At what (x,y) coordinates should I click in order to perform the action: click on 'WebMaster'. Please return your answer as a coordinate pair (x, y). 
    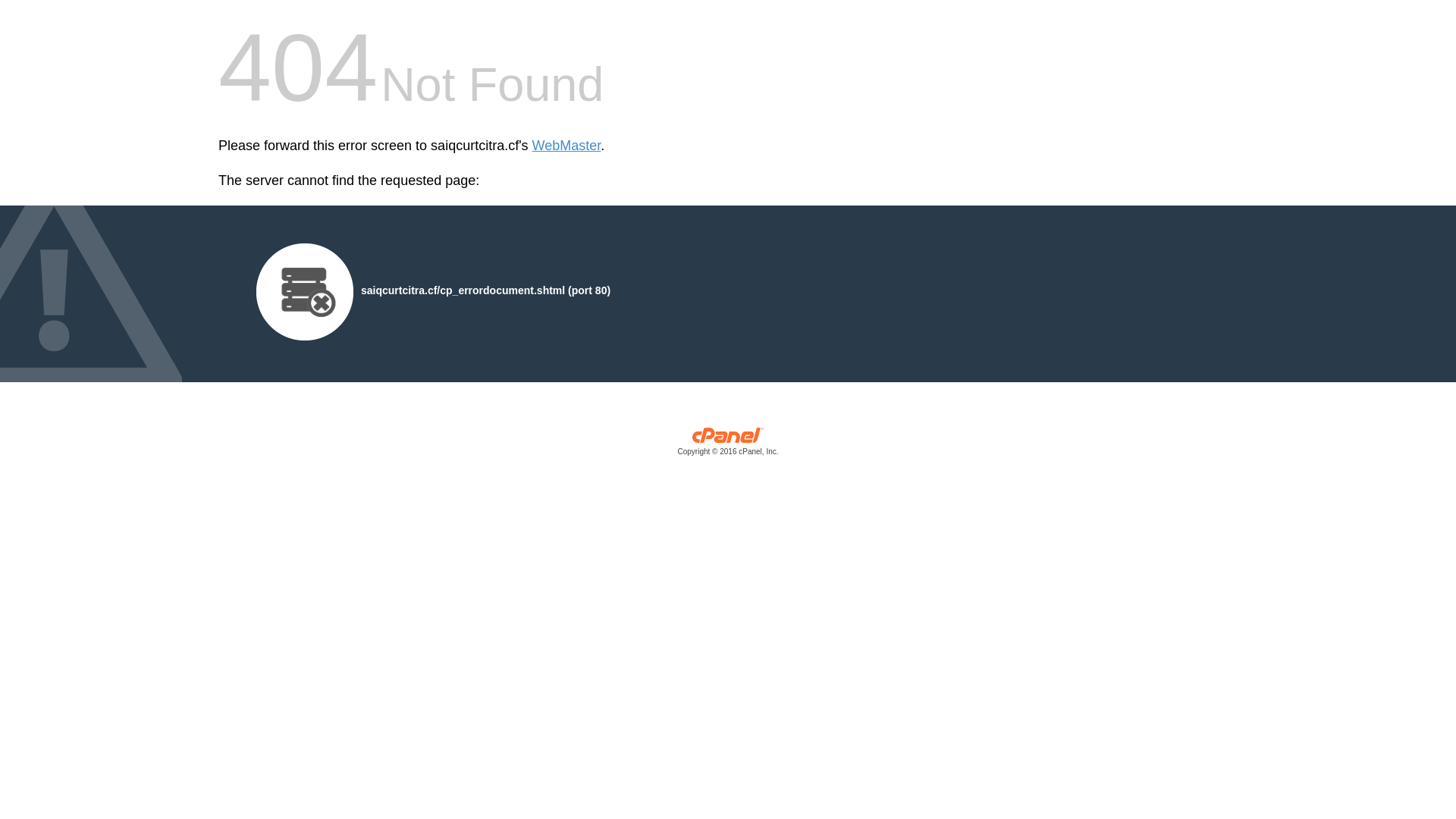
    Looking at the image, I should click on (566, 146).